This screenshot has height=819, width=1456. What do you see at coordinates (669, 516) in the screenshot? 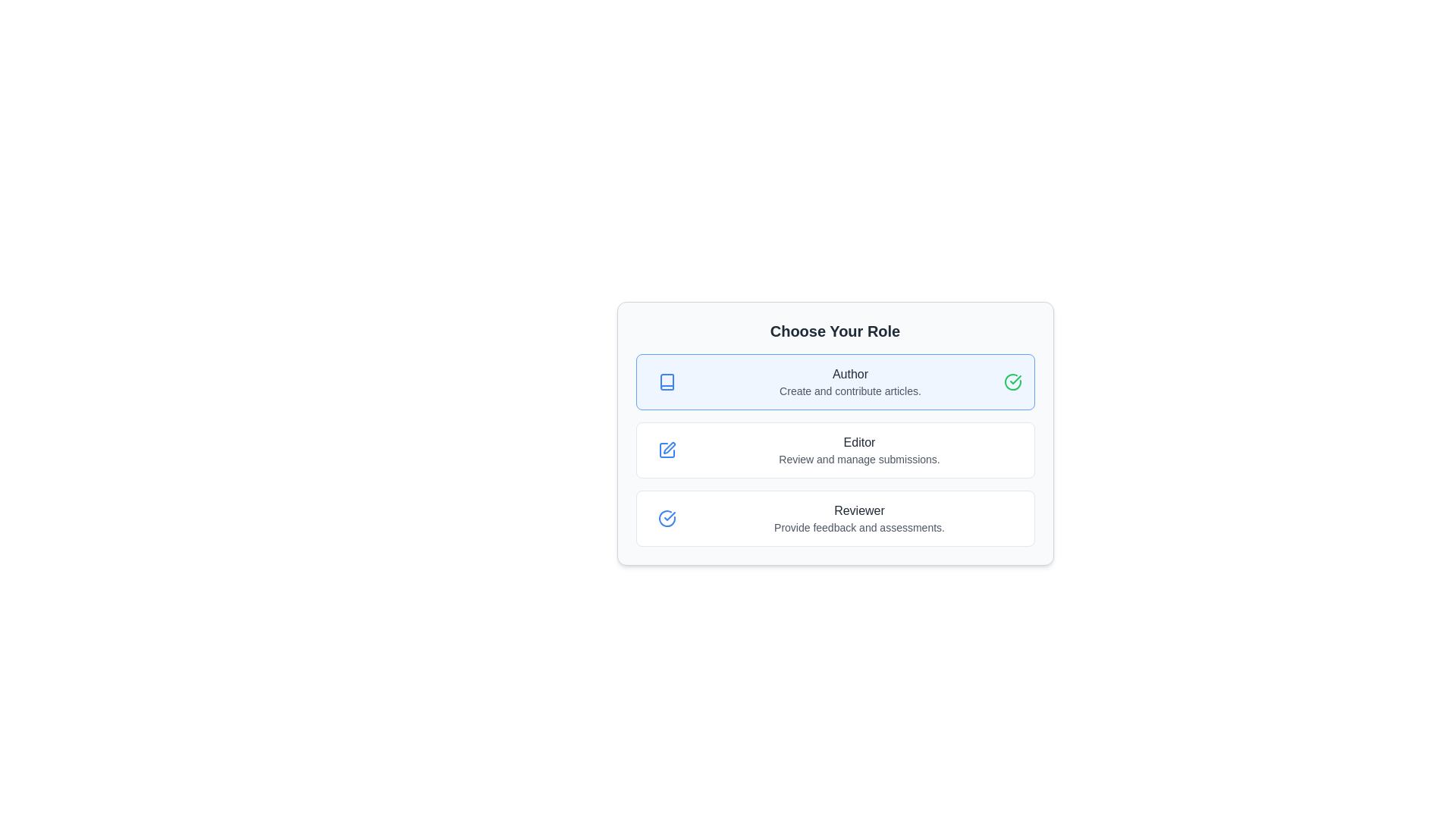
I see `the checkmark icon within the SVG graphic that is part of the circular boundary associated with the 'Author' role selection option` at bounding box center [669, 516].